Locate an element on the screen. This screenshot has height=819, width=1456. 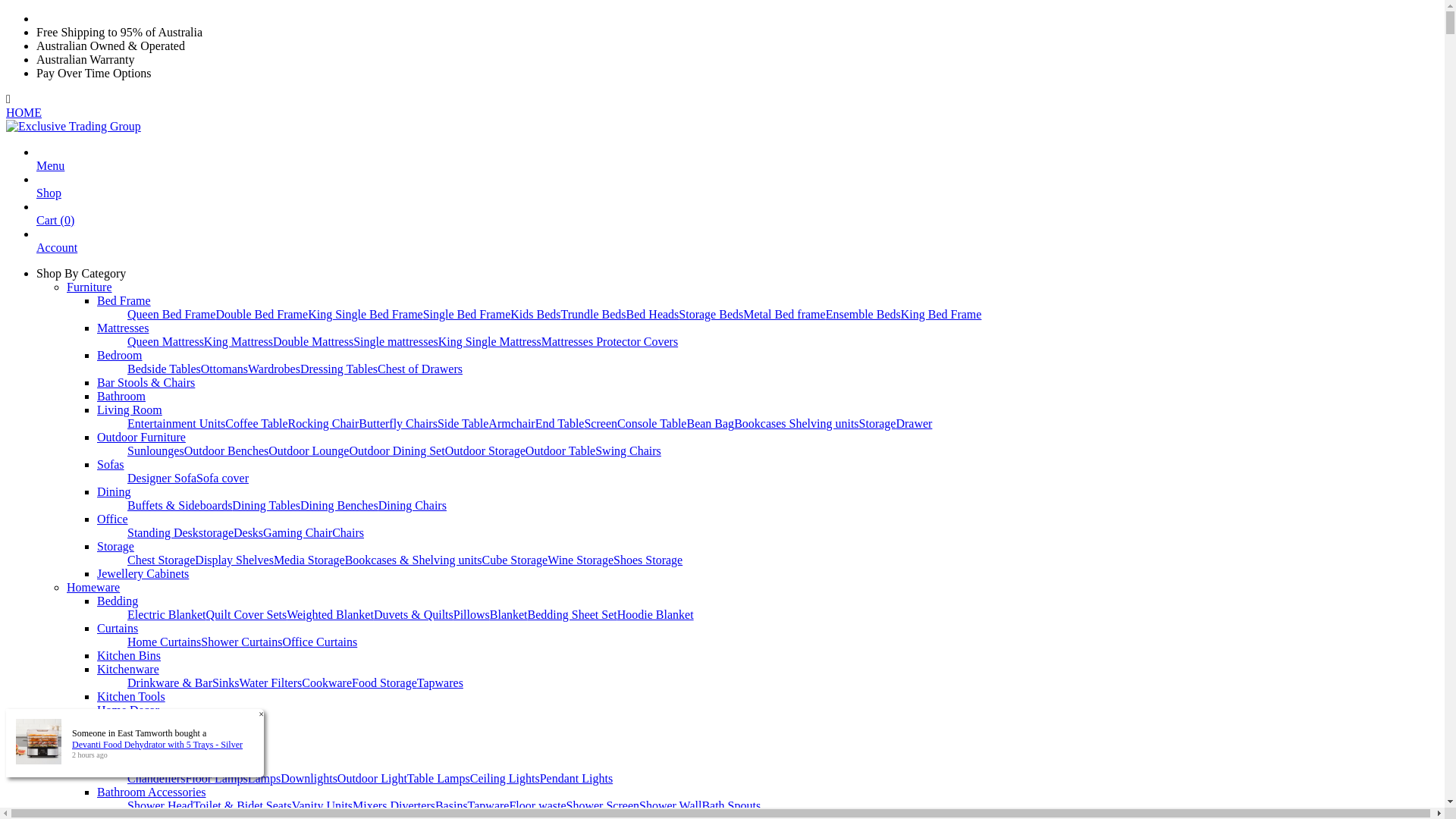
'Outdoor Benches' is located at coordinates (184, 450).